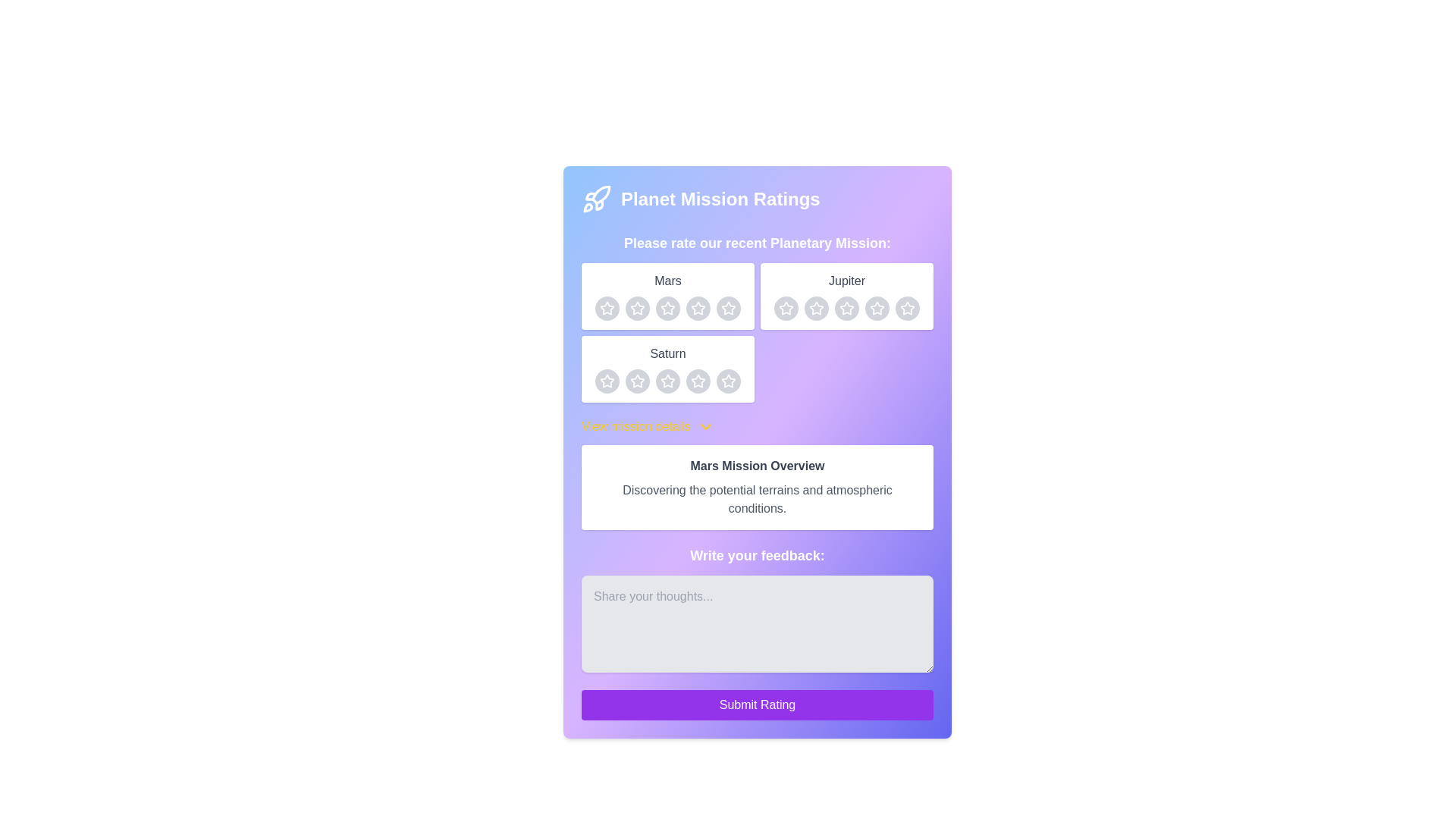 This screenshot has width=1456, height=819. I want to click on the third star icon in the Jupiter rating section, so click(846, 307).